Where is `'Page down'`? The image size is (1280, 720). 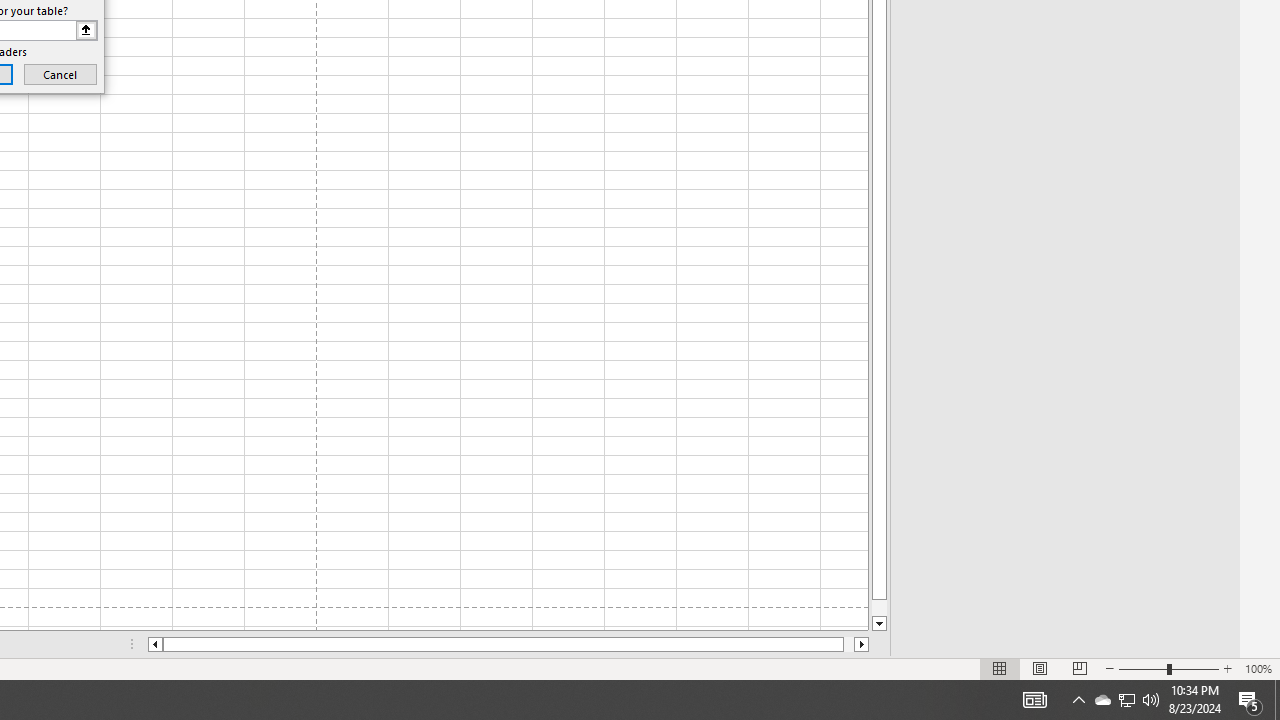 'Page down' is located at coordinates (879, 607).